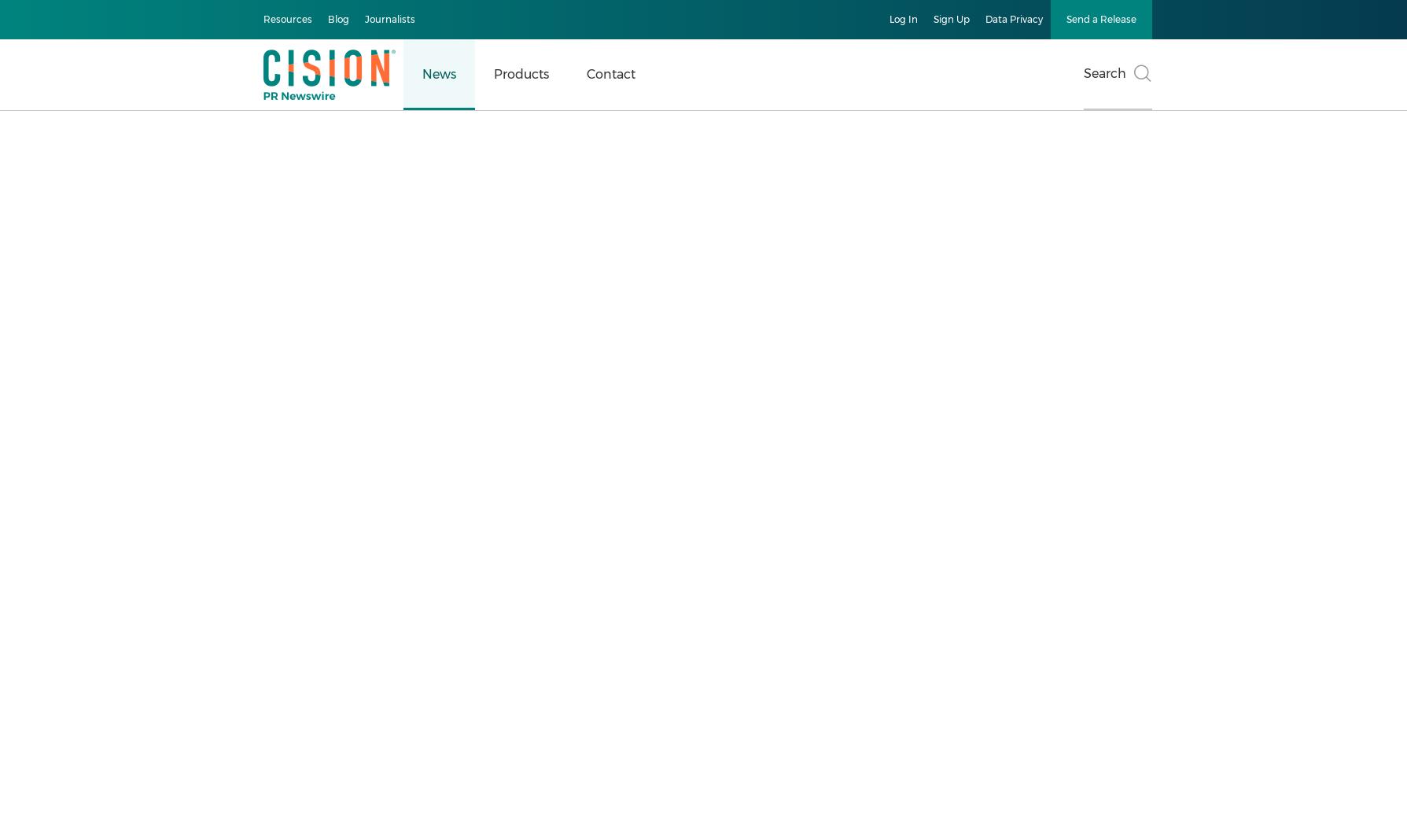 Image resolution: width=1407 pixels, height=840 pixels. Describe the element at coordinates (114, 322) in the screenshot. I see `'Multimedia Gallery'` at that location.